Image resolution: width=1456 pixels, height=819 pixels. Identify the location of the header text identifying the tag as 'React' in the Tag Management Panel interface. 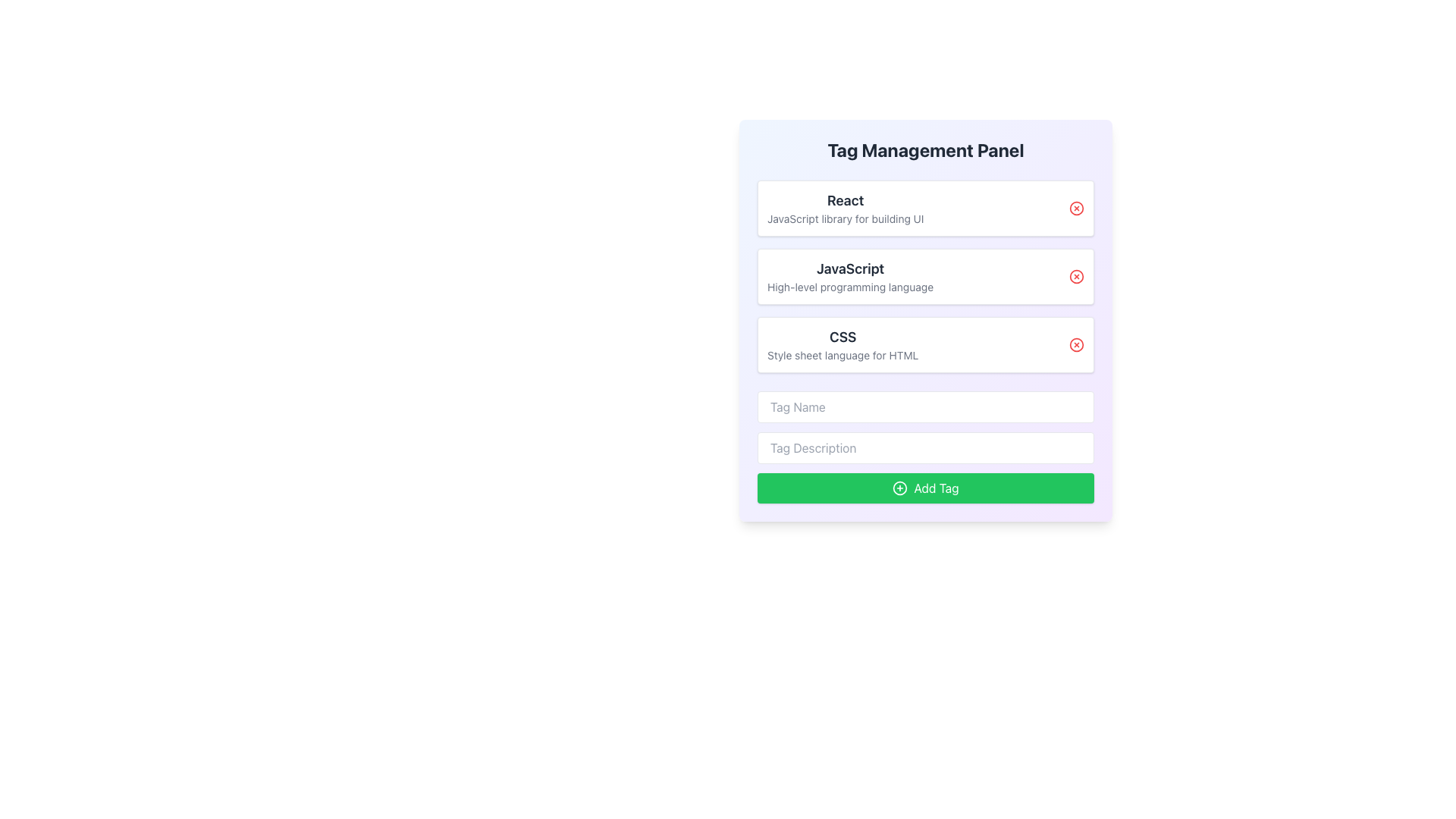
(845, 200).